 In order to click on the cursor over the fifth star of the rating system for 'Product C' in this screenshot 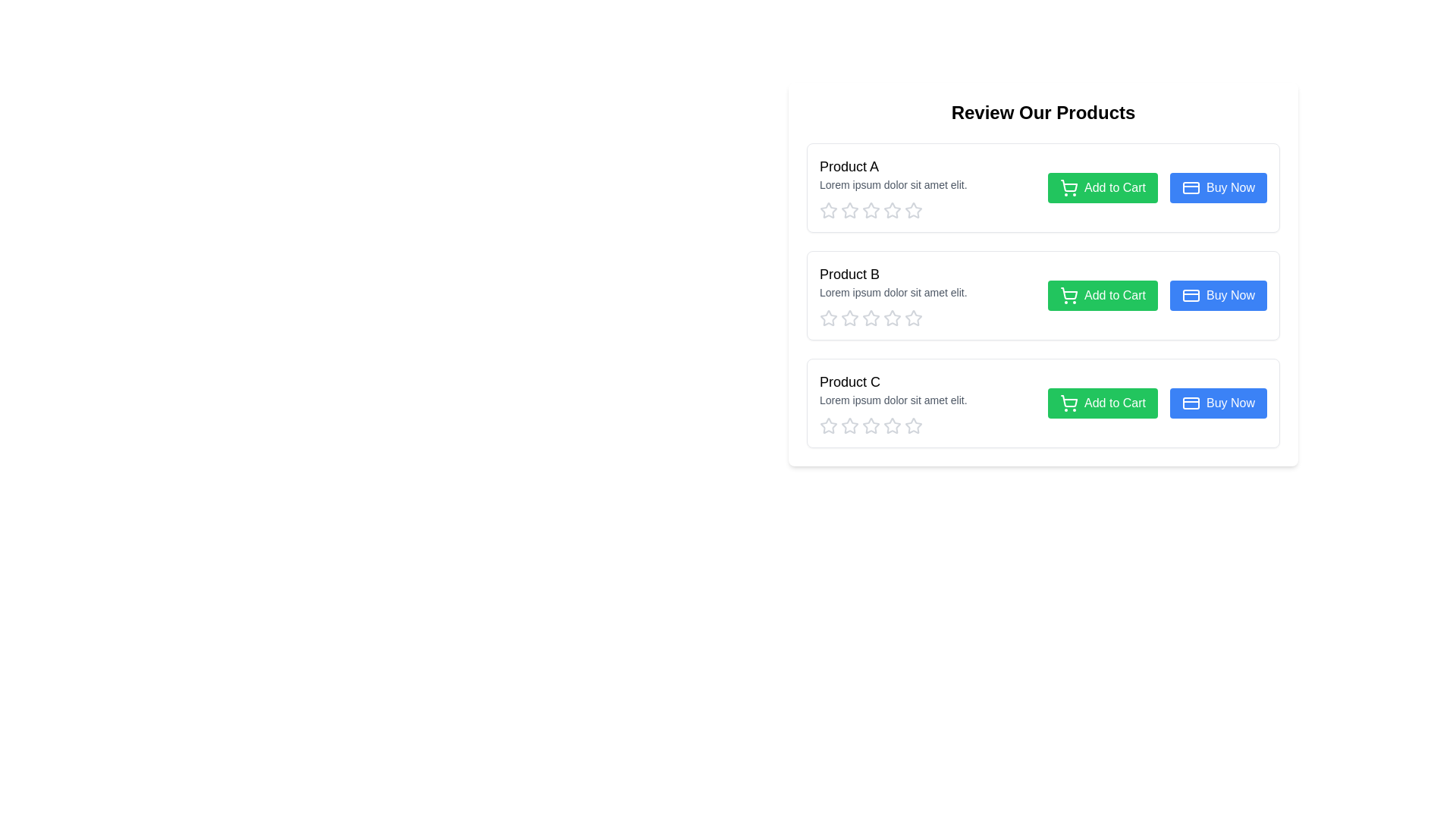, I will do `click(871, 426)`.